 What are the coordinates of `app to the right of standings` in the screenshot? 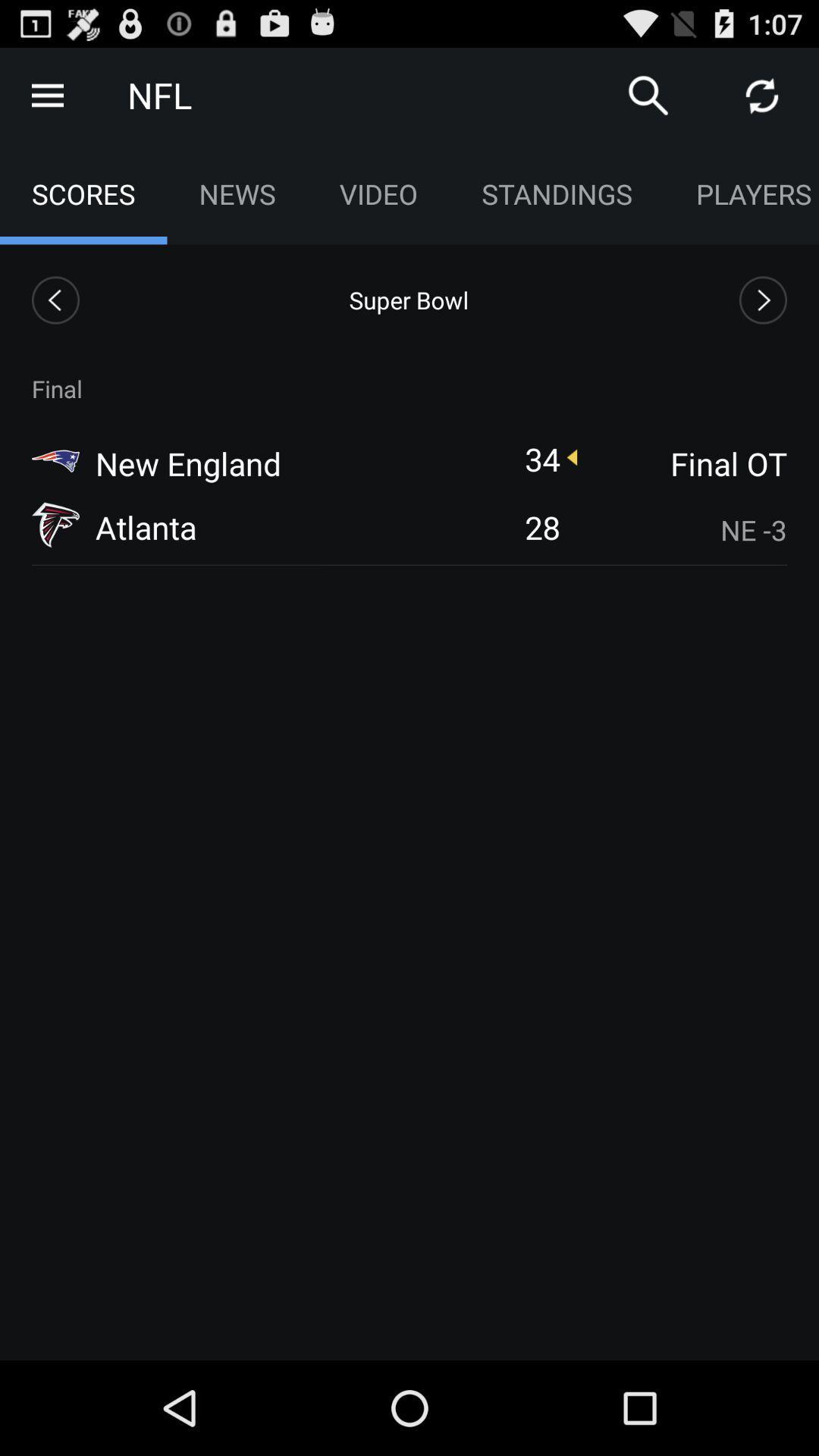 It's located at (741, 193).